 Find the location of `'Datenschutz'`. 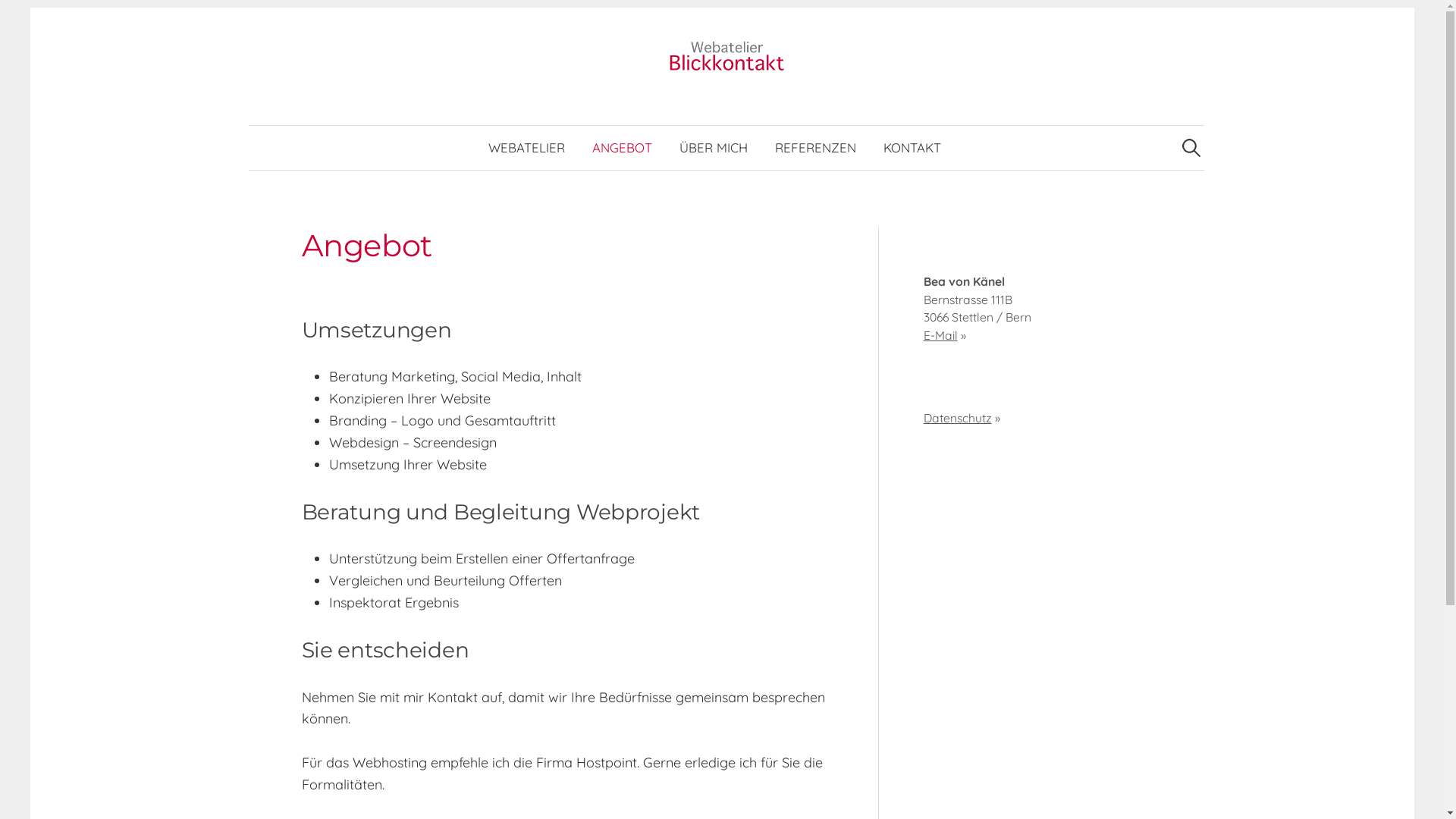

'Datenschutz' is located at coordinates (956, 418).